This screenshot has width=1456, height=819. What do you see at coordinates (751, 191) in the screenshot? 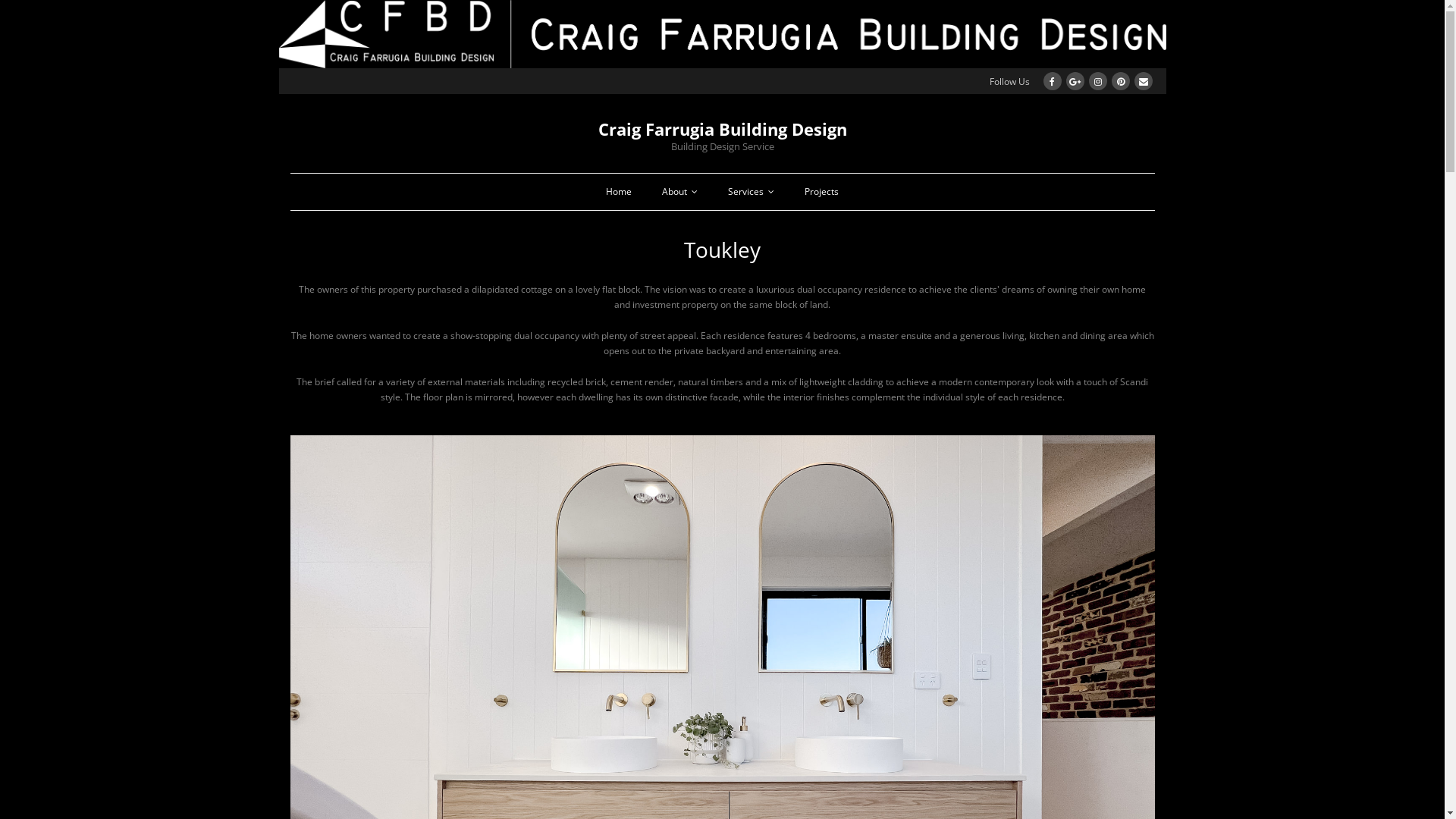
I see `'Services'` at bounding box center [751, 191].